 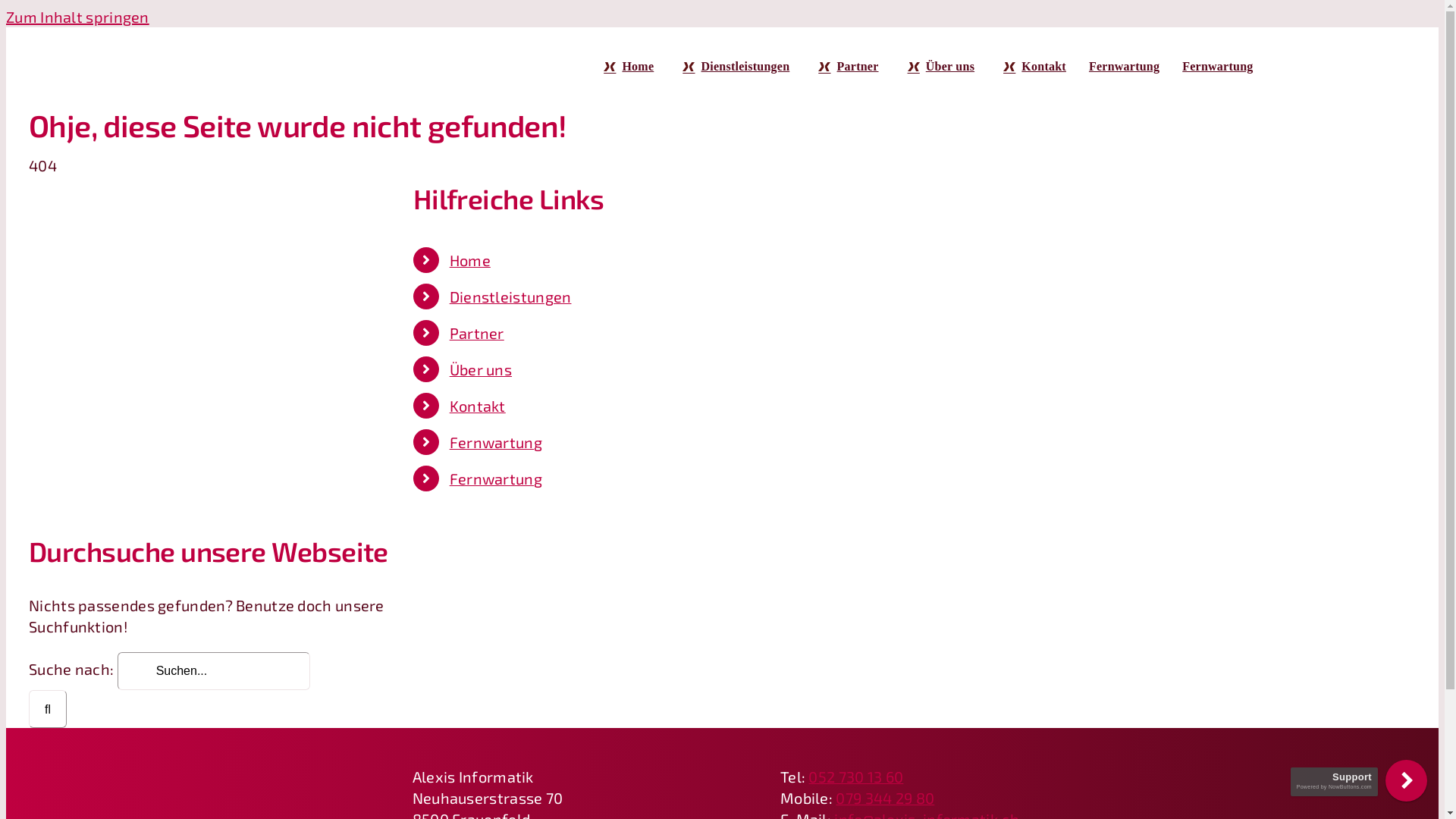 I want to click on 'Dienstleistungen', so click(x=510, y=296).